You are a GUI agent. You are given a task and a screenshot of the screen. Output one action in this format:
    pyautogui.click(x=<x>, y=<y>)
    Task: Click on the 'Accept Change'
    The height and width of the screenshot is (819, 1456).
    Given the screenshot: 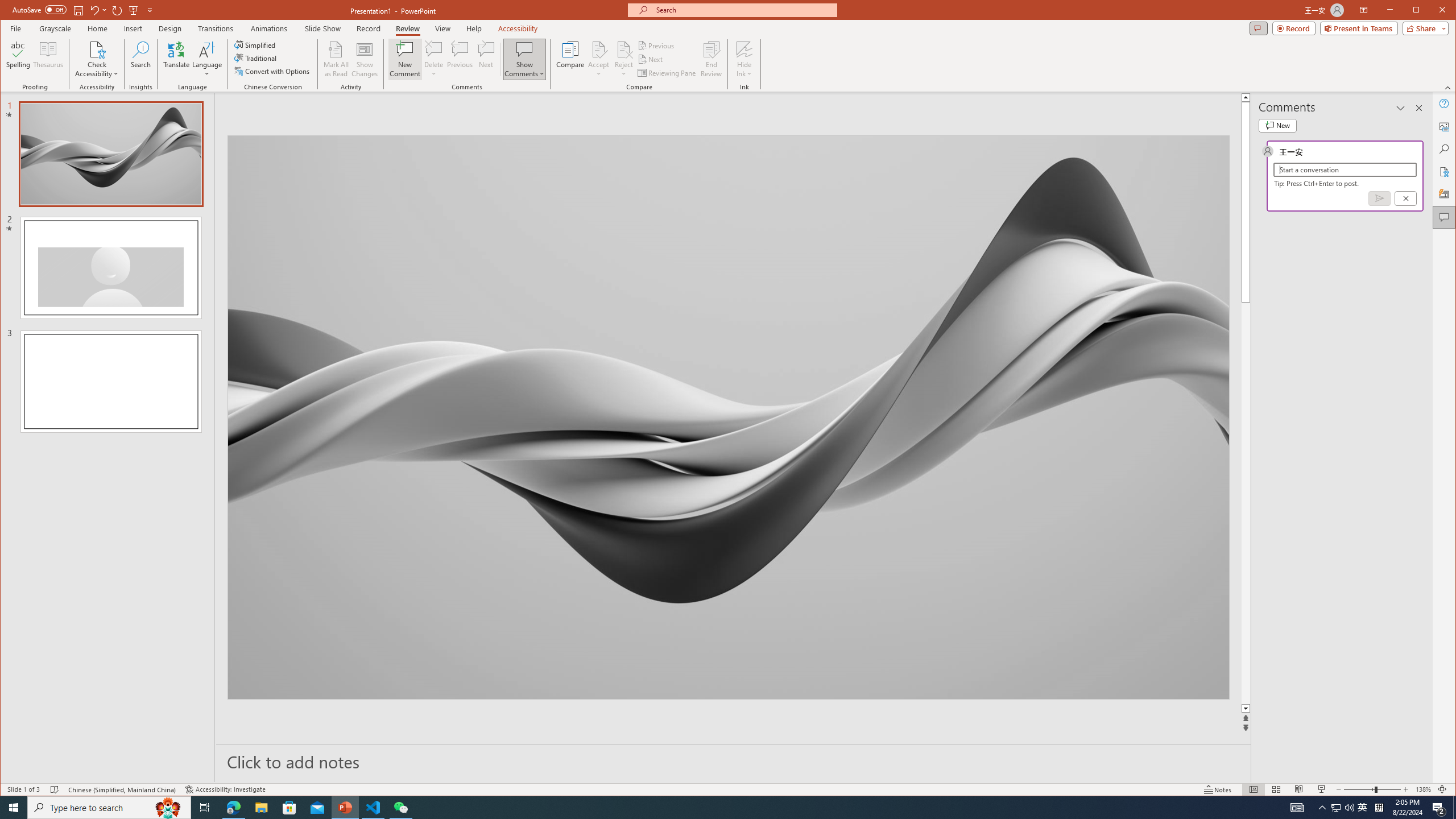 What is the action you would take?
    pyautogui.click(x=598, y=48)
    